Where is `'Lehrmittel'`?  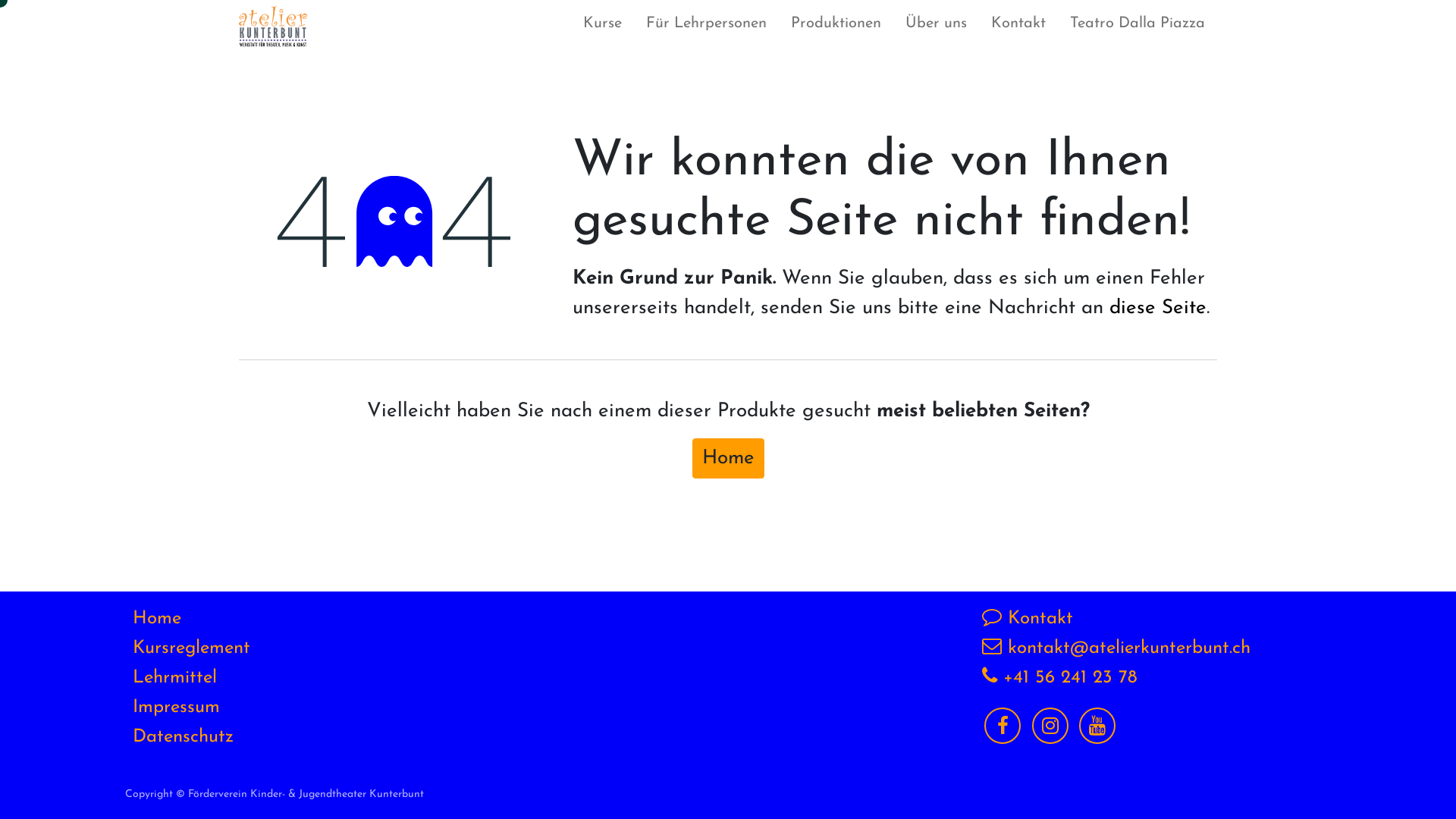
'Lehrmittel' is located at coordinates (132, 677).